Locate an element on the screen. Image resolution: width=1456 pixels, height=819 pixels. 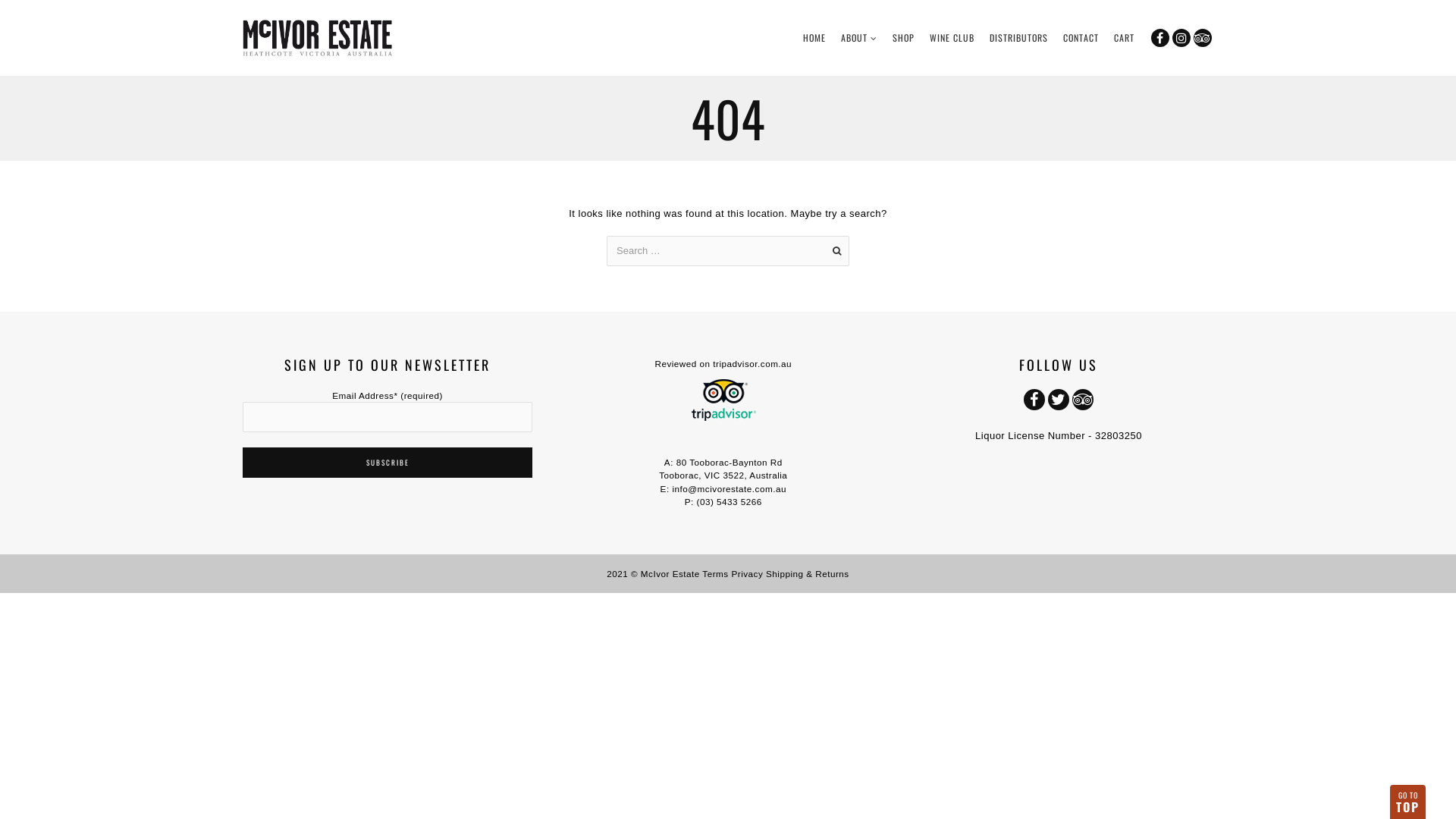
'SHOP' is located at coordinates (903, 37).